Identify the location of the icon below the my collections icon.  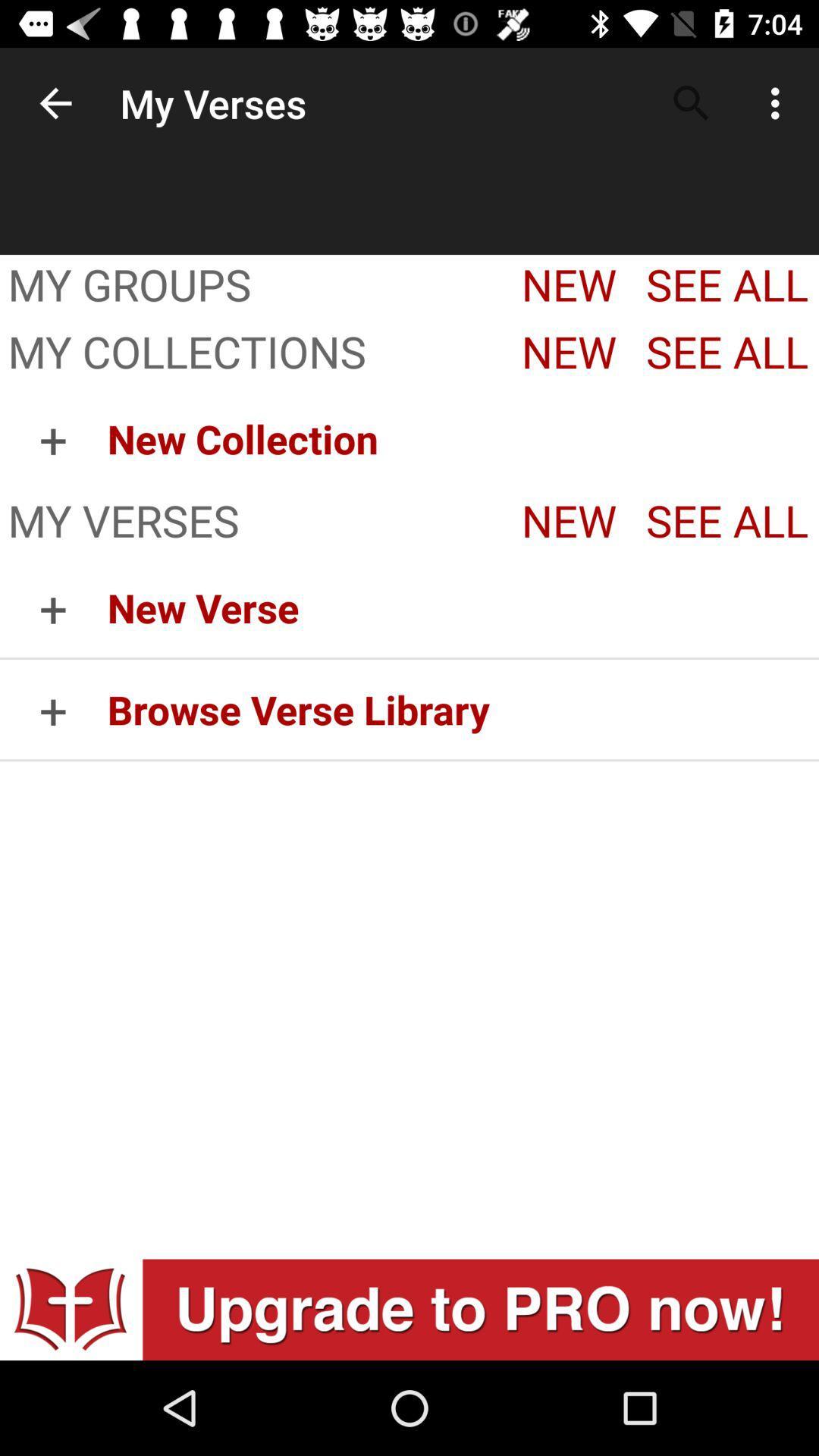
(462, 438).